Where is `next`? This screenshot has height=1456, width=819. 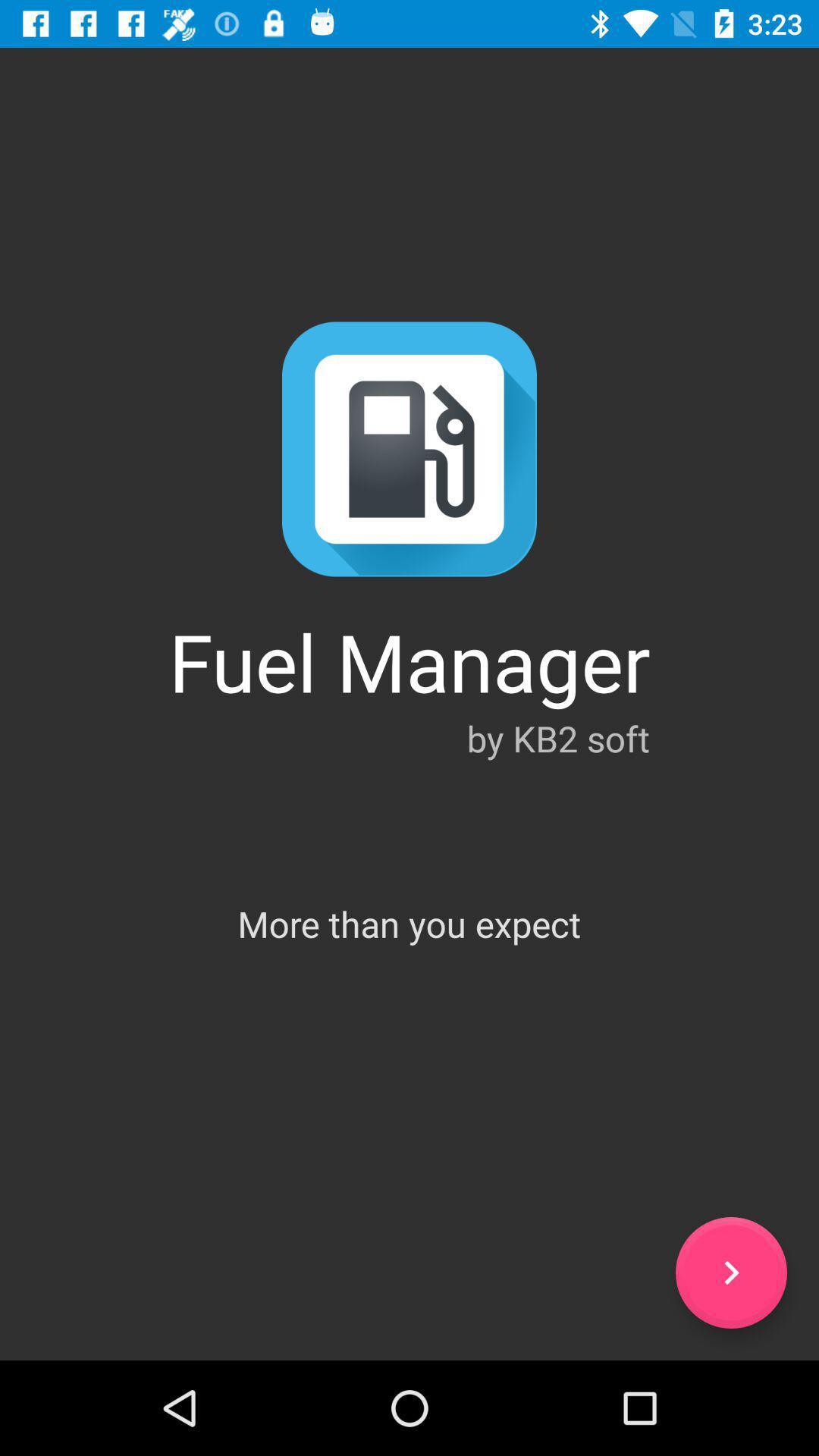 next is located at coordinates (730, 1272).